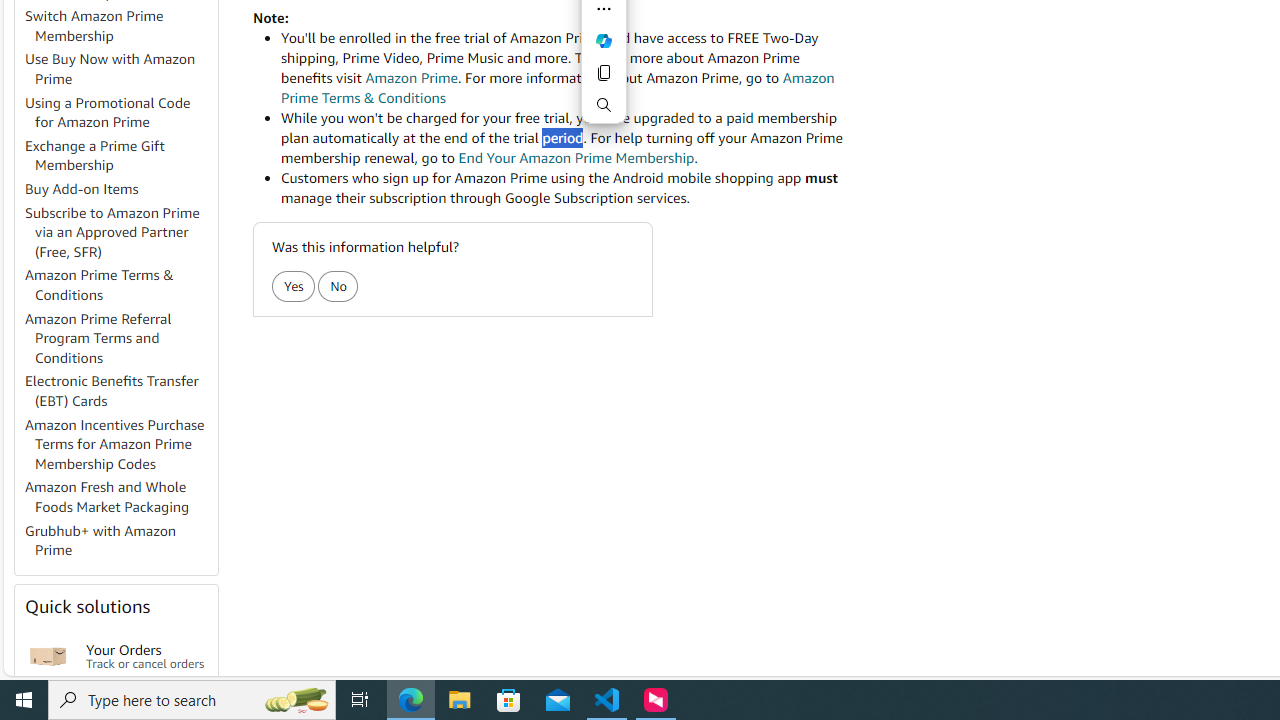 The height and width of the screenshot is (720, 1280). I want to click on 'Using a Promotional Code for Amazon Prime', so click(107, 112).